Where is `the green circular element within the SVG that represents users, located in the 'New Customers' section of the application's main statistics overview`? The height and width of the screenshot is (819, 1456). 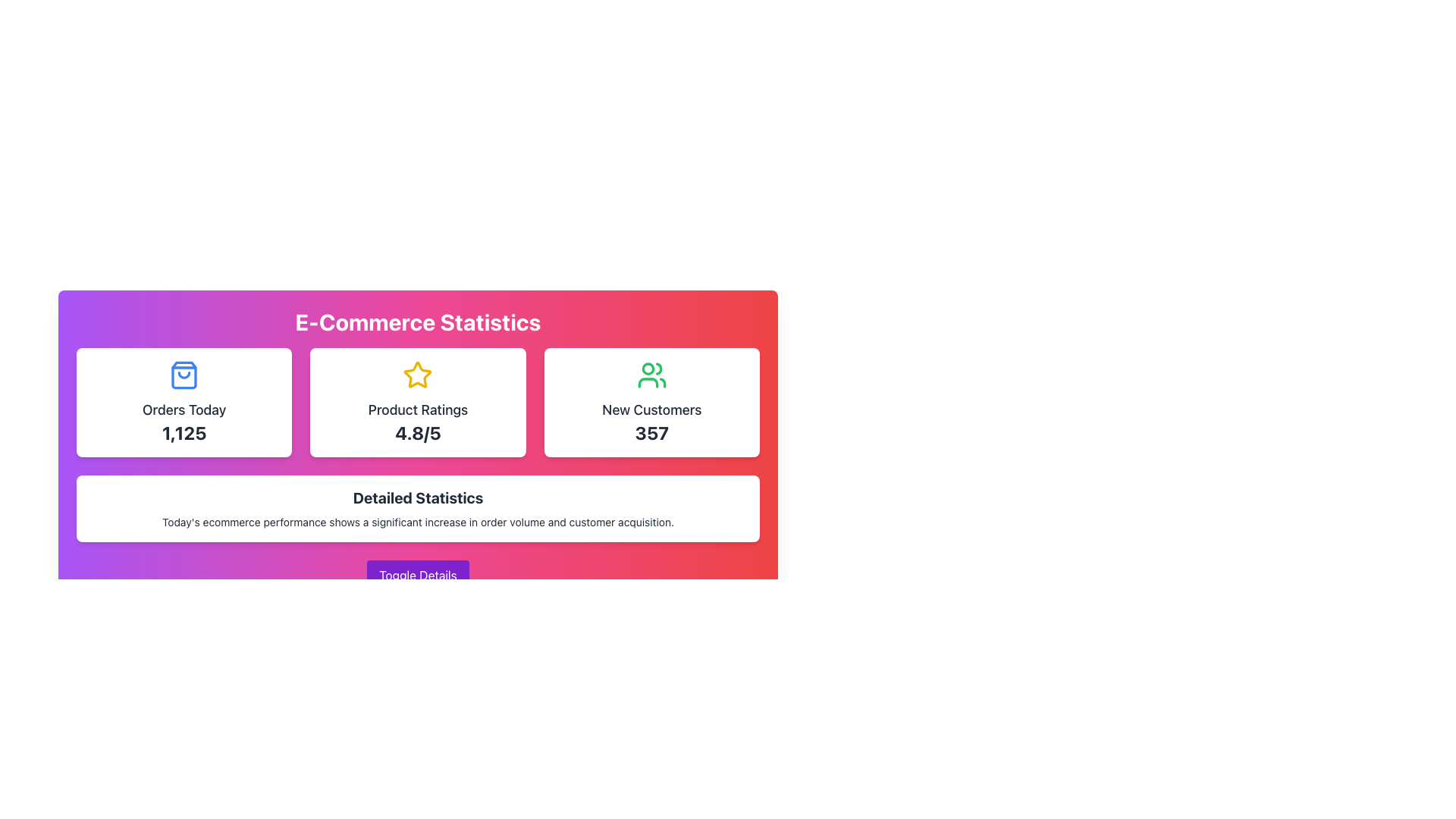
the green circular element within the SVG that represents users, located in the 'New Customers' section of the application's main statistics overview is located at coordinates (648, 369).